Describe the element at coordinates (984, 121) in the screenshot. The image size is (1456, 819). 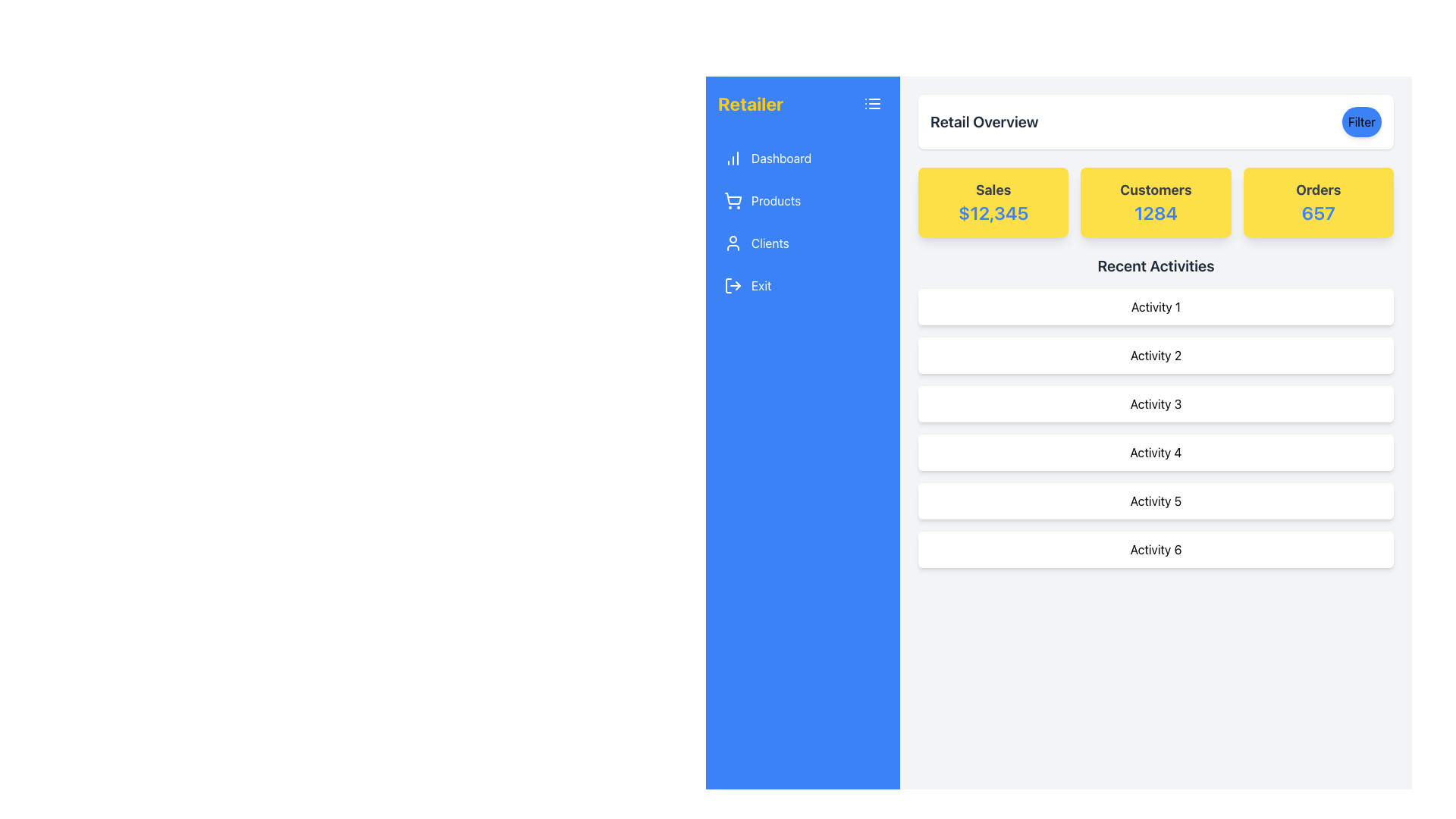
I see `text content of the section heading Text Label located at the top-left section of the main content area, slightly to the right and above the three yellow metric boxes` at that location.